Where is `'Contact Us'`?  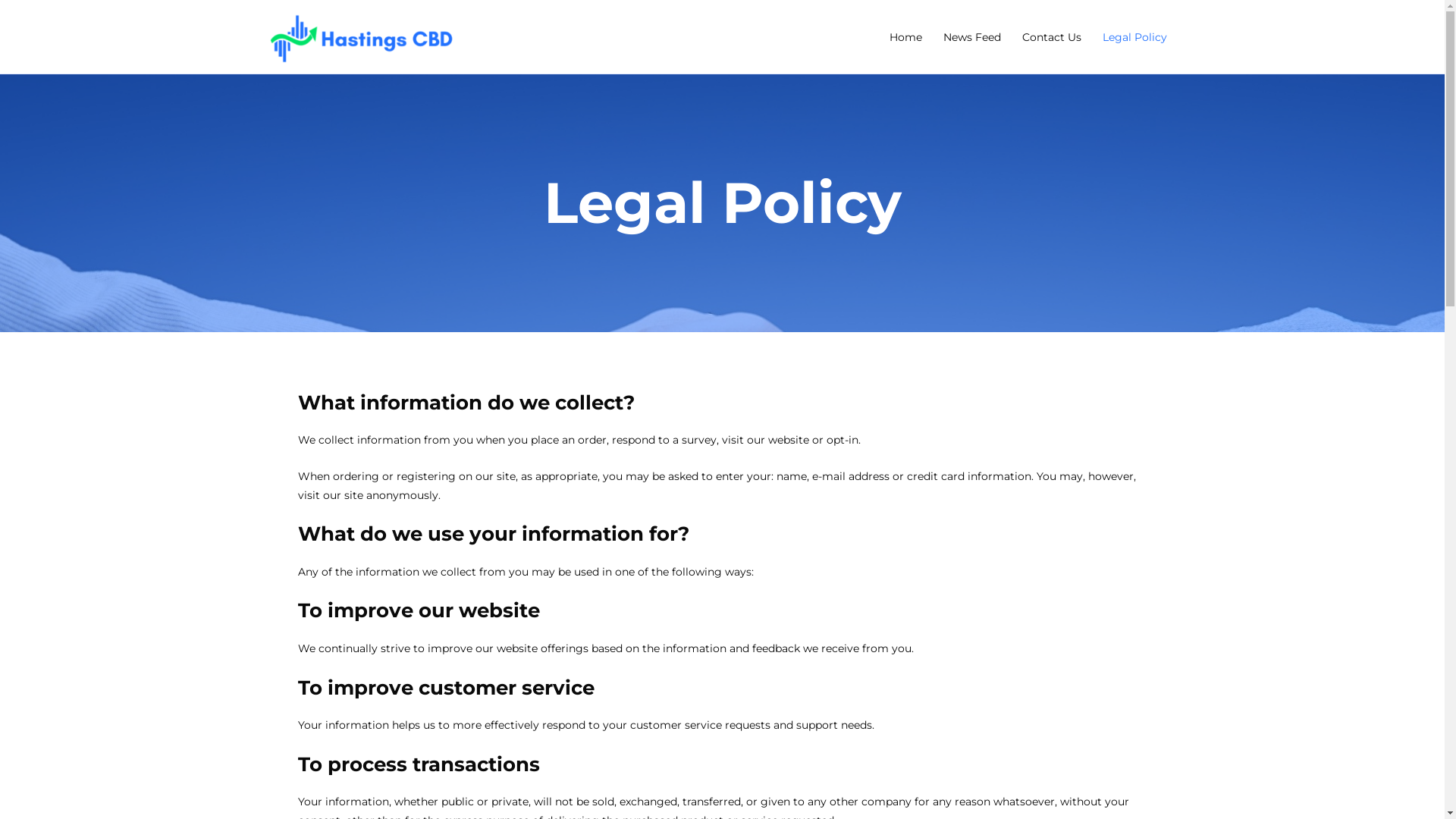
'Contact Us' is located at coordinates (1051, 35).